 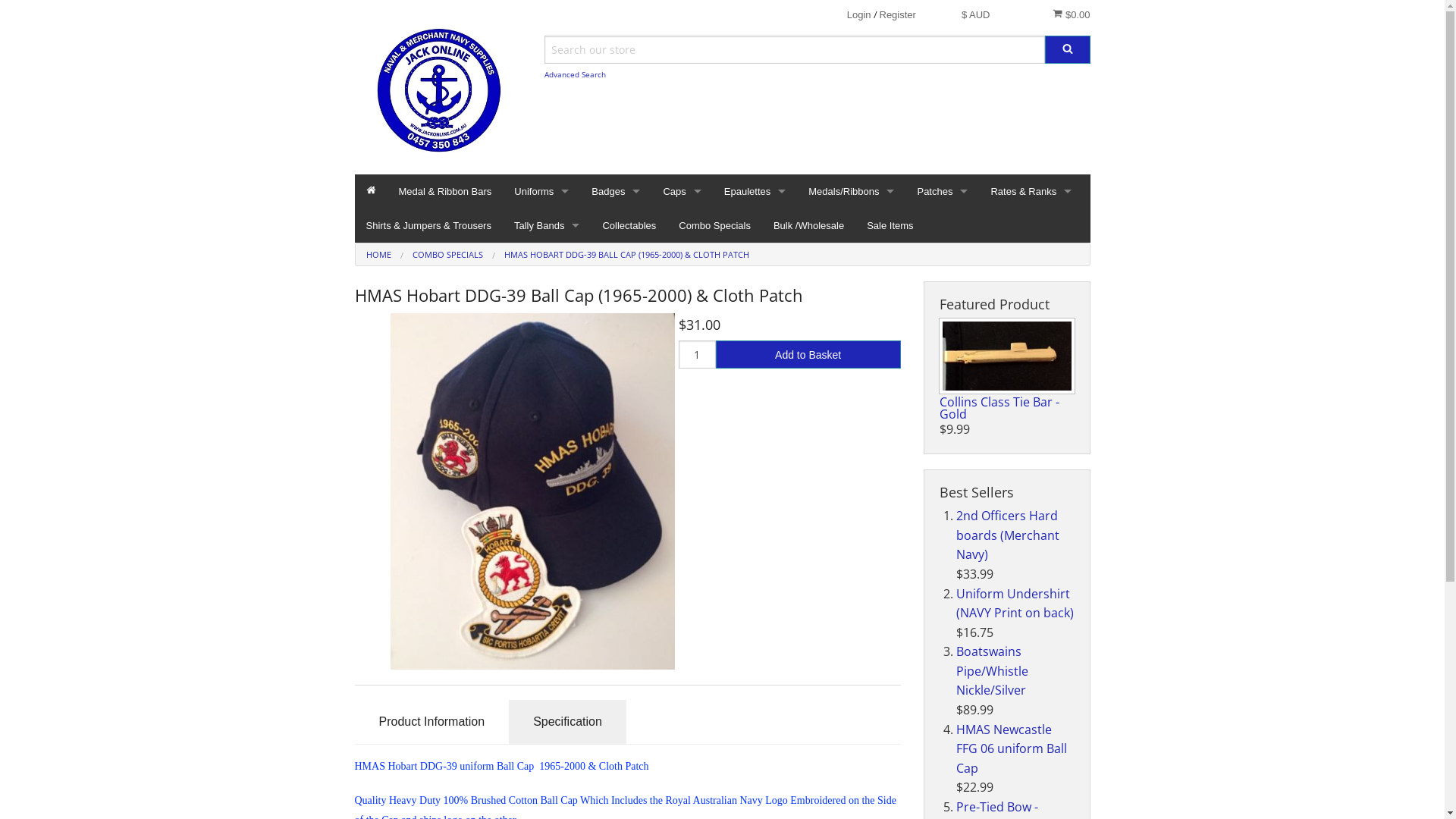 What do you see at coordinates (615, 243) in the screenshot?
I see `'Cap Badges'` at bounding box center [615, 243].